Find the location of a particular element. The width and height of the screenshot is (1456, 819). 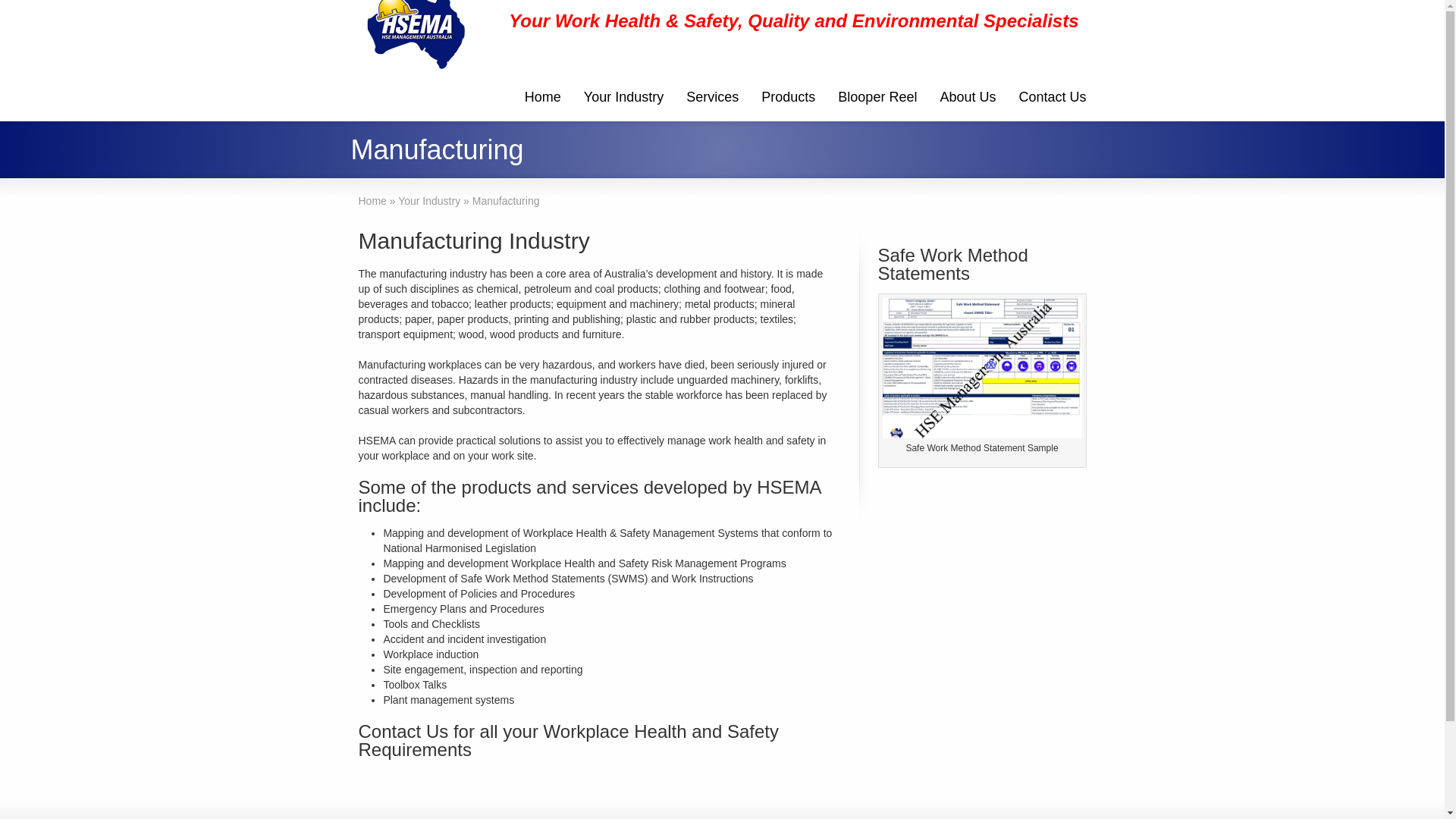

'Products' is located at coordinates (749, 99).